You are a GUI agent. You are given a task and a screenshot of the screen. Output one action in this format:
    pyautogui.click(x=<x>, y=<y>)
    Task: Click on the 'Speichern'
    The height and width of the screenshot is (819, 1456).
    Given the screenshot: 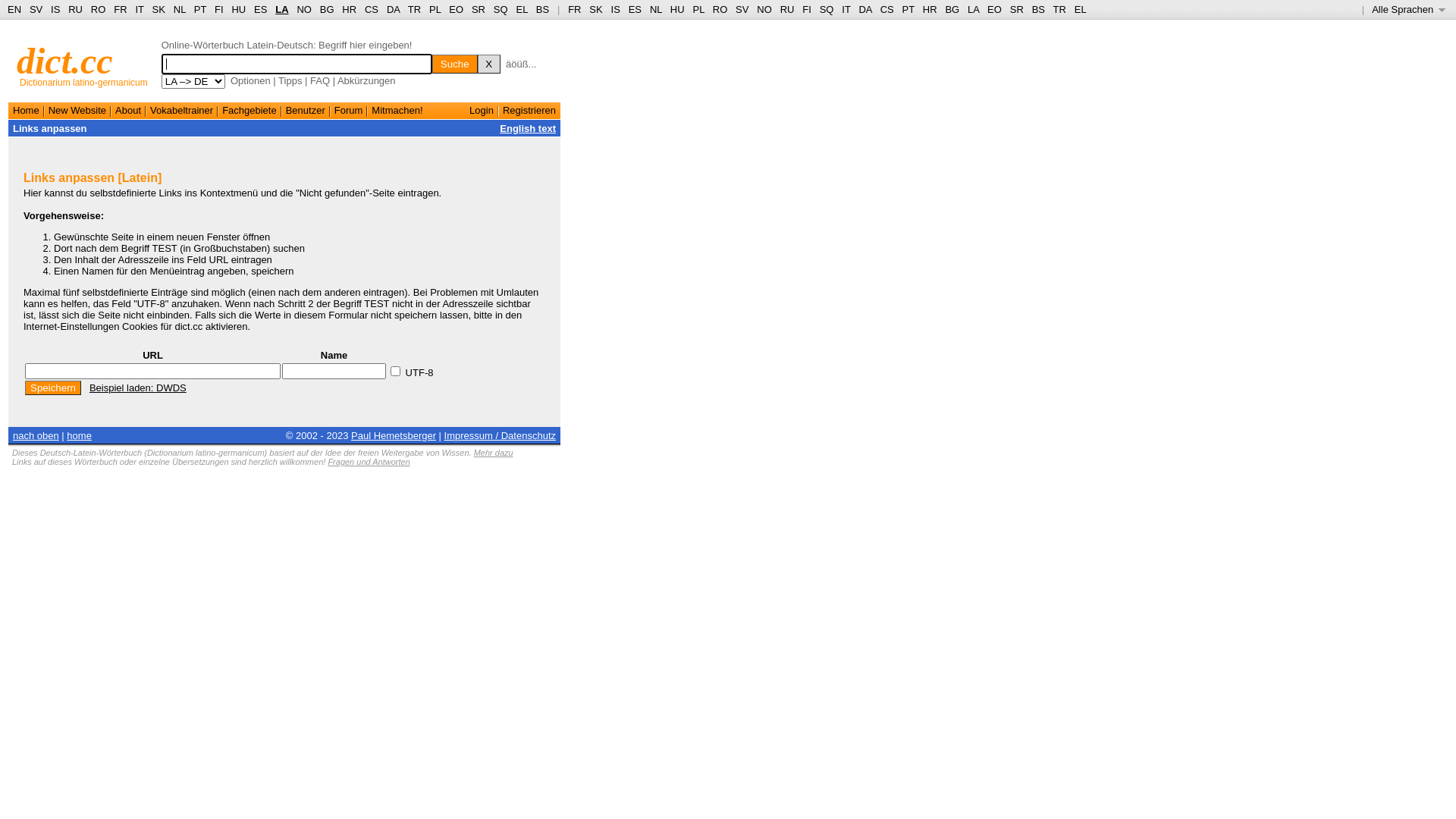 What is the action you would take?
    pyautogui.click(x=53, y=387)
    